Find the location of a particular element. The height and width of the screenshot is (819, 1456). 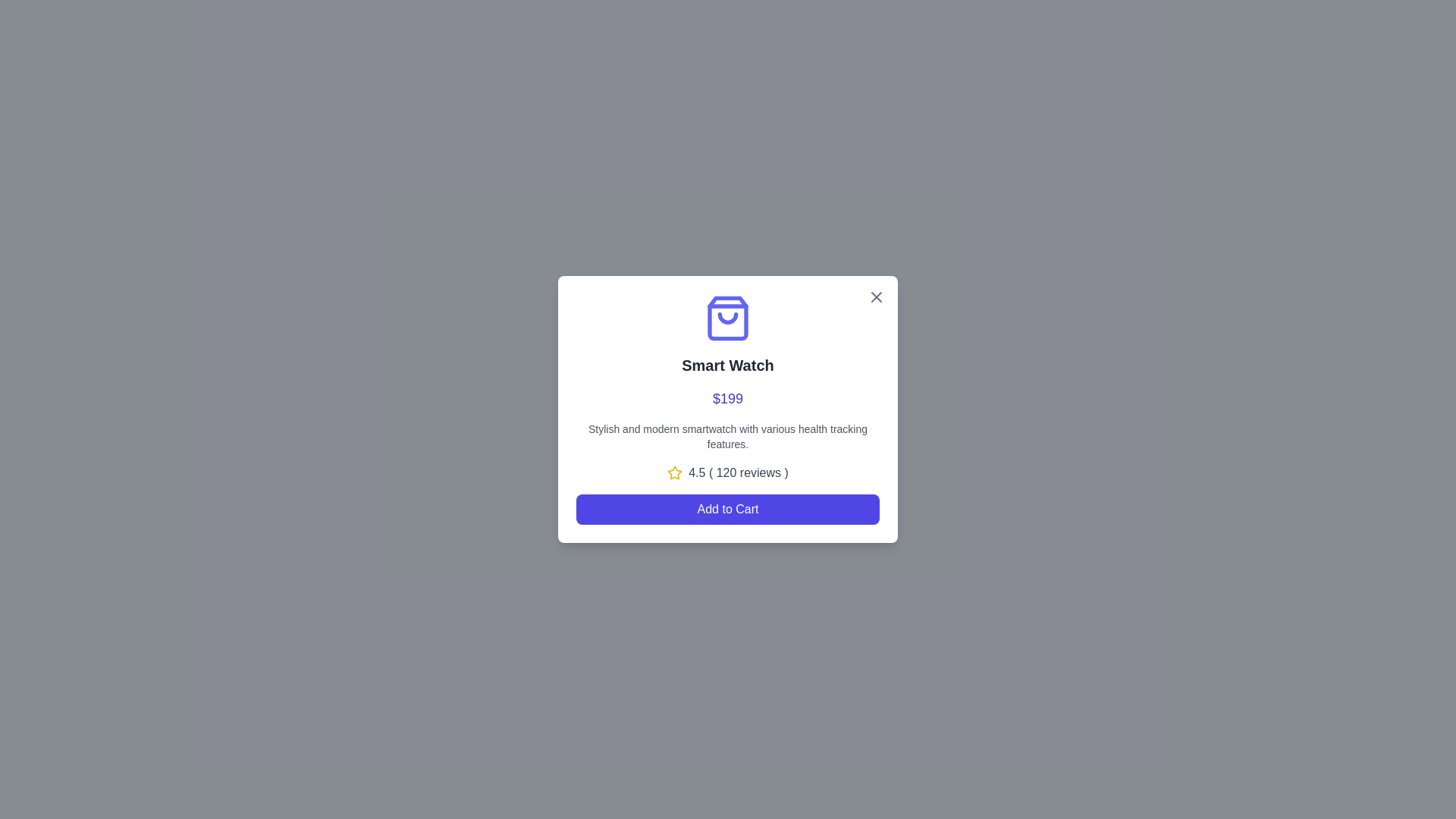

the star icon, which is yellow and outlined, located next to the text '4.5 (120 reviews)', to the left of the rating display is located at coordinates (674, 472).